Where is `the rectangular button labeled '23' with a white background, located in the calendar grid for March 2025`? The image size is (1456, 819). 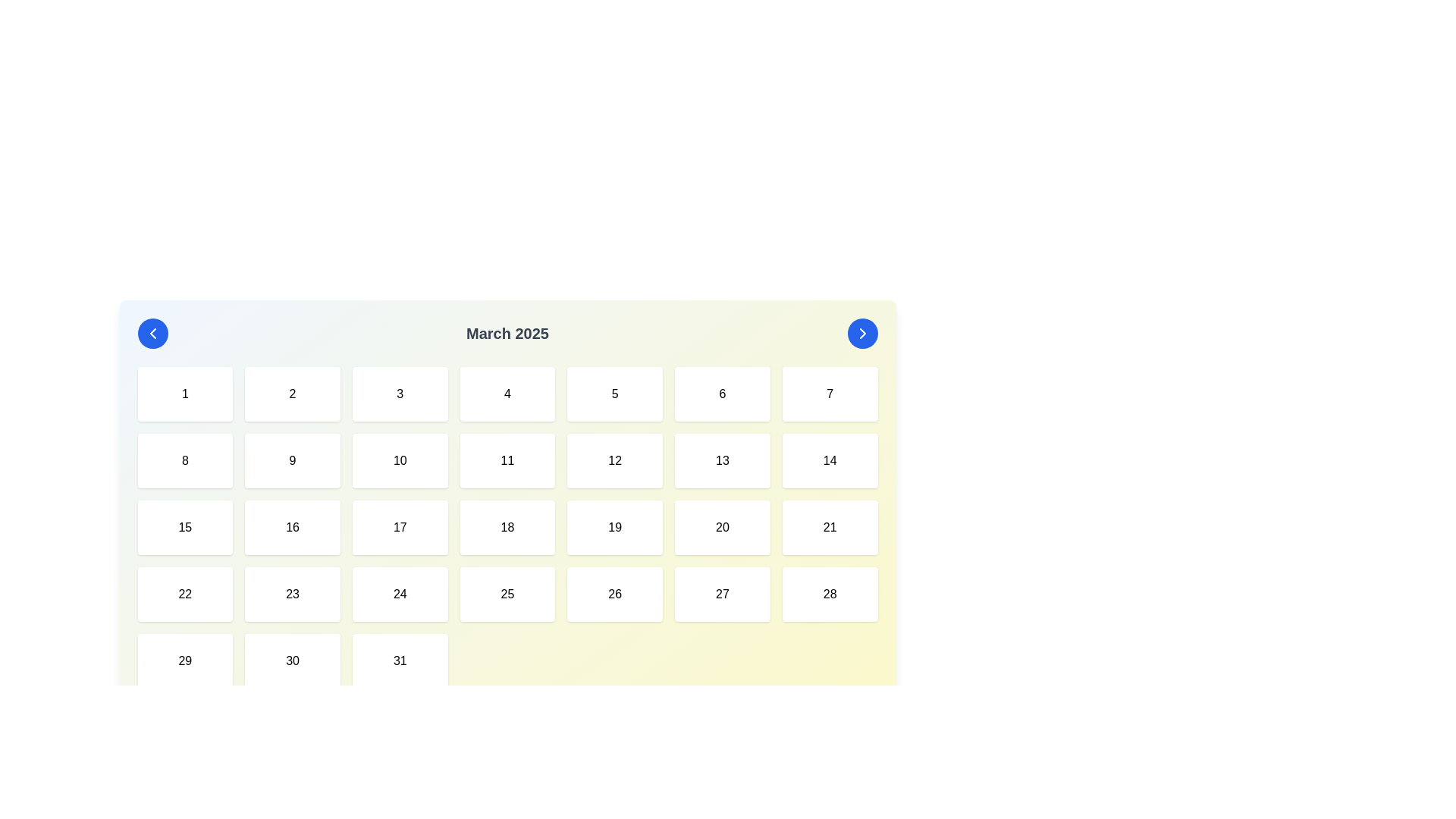 the rectangular button labeled '23' with a white background, located in the calendar grid for March 2025 is located at coordinates (293, 593).